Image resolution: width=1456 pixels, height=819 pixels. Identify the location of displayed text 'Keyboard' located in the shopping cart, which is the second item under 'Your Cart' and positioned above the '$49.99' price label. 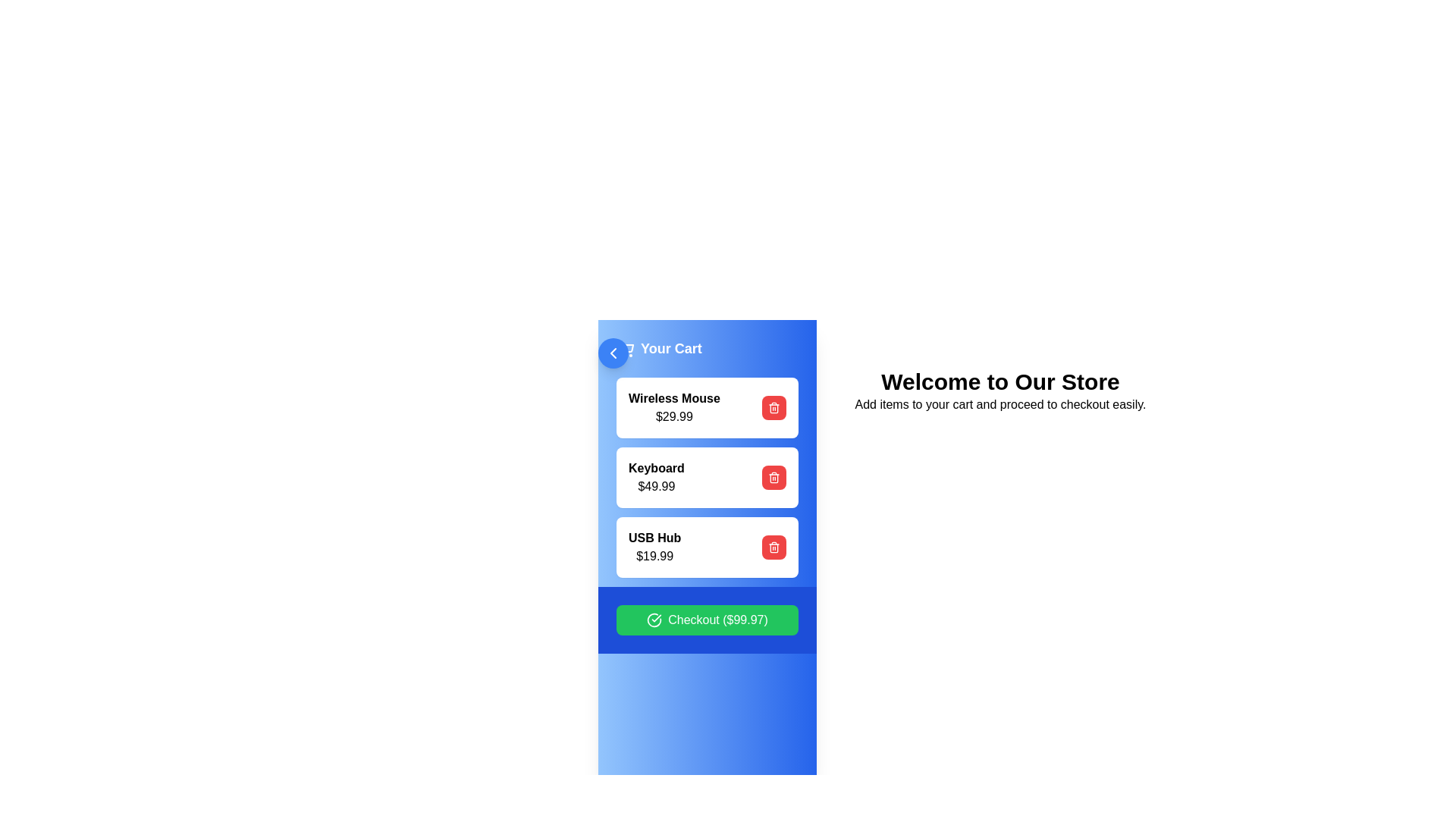
(656, 467).